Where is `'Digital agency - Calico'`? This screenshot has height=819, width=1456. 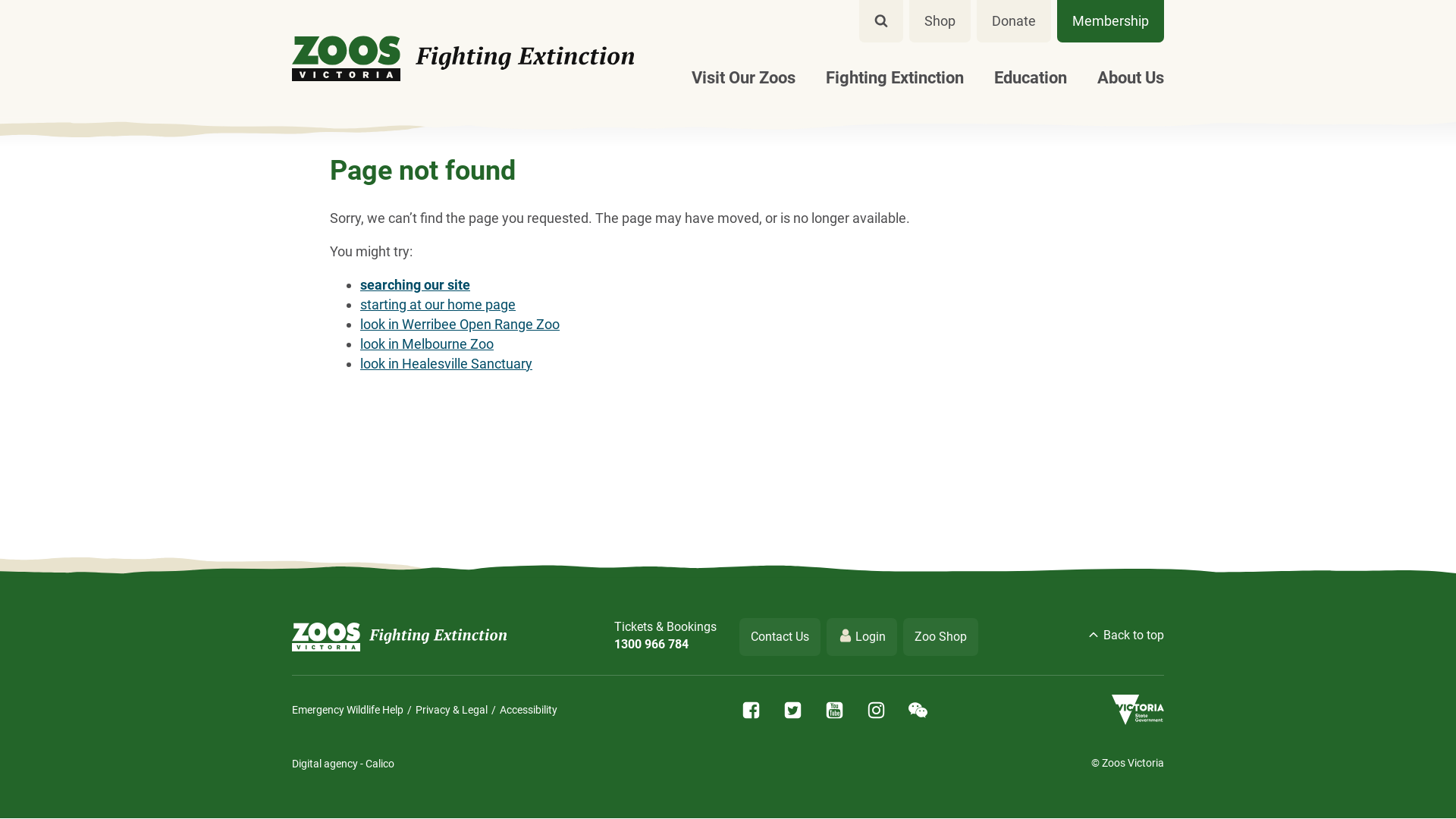
'Digital agency - Calico' is located at coordinates (342, 763).